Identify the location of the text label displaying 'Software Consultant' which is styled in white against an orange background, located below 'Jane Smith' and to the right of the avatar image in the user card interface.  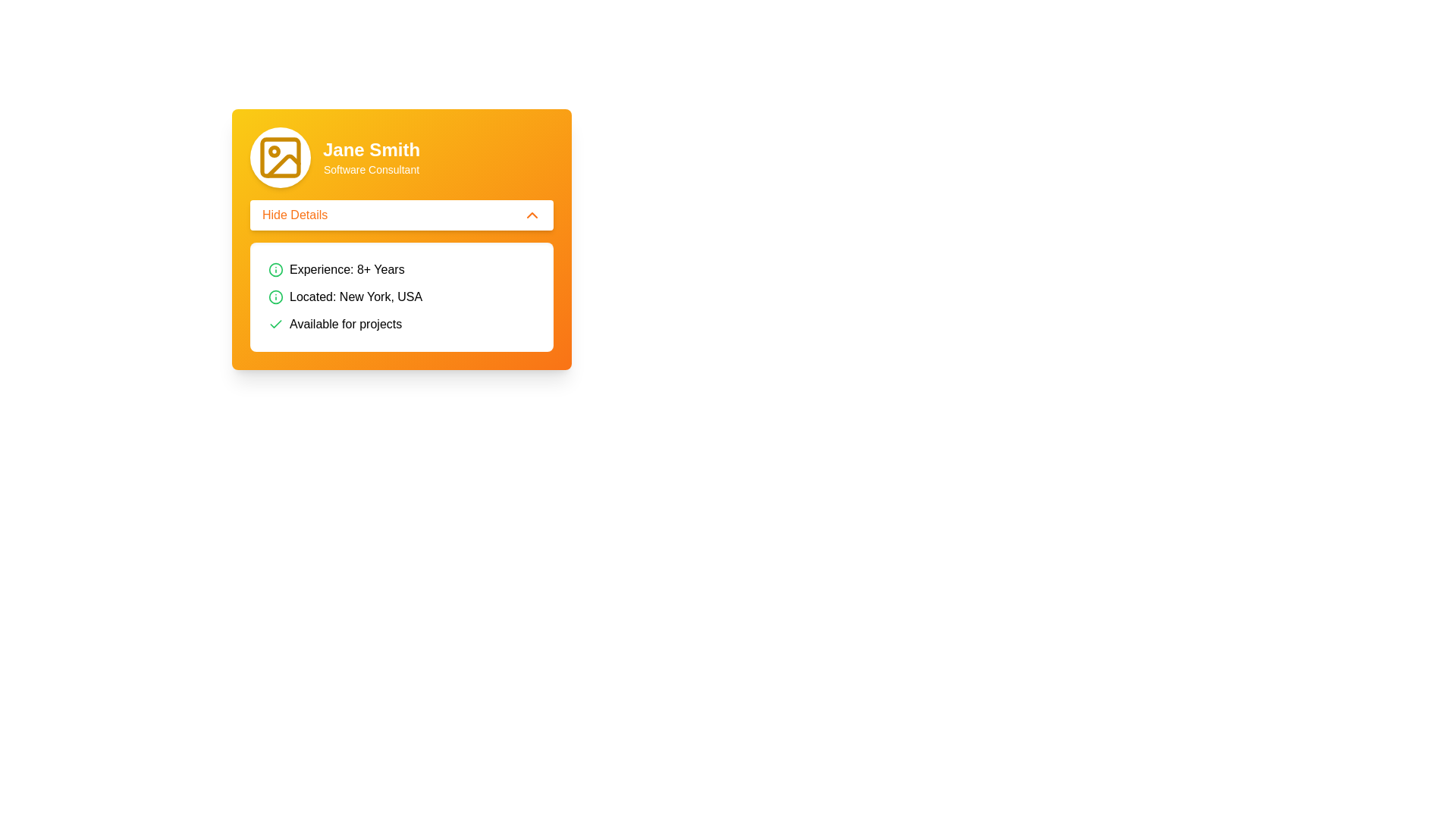
(371, 169).